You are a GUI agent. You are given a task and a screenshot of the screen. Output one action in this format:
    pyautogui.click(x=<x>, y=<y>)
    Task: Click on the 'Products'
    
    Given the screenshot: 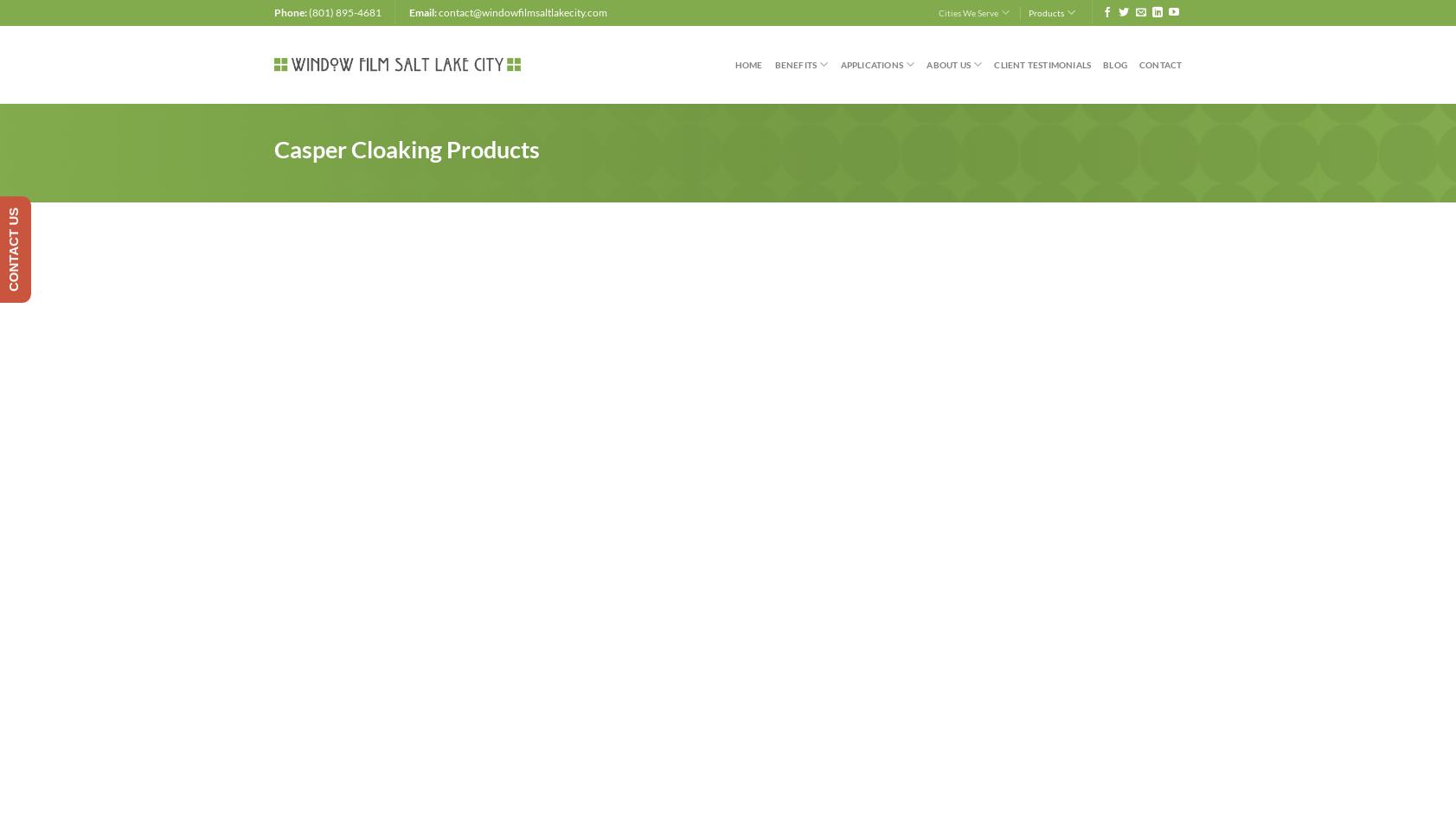 What is the action you would take?
    pyautogui.click(x=1045, y=12)
    